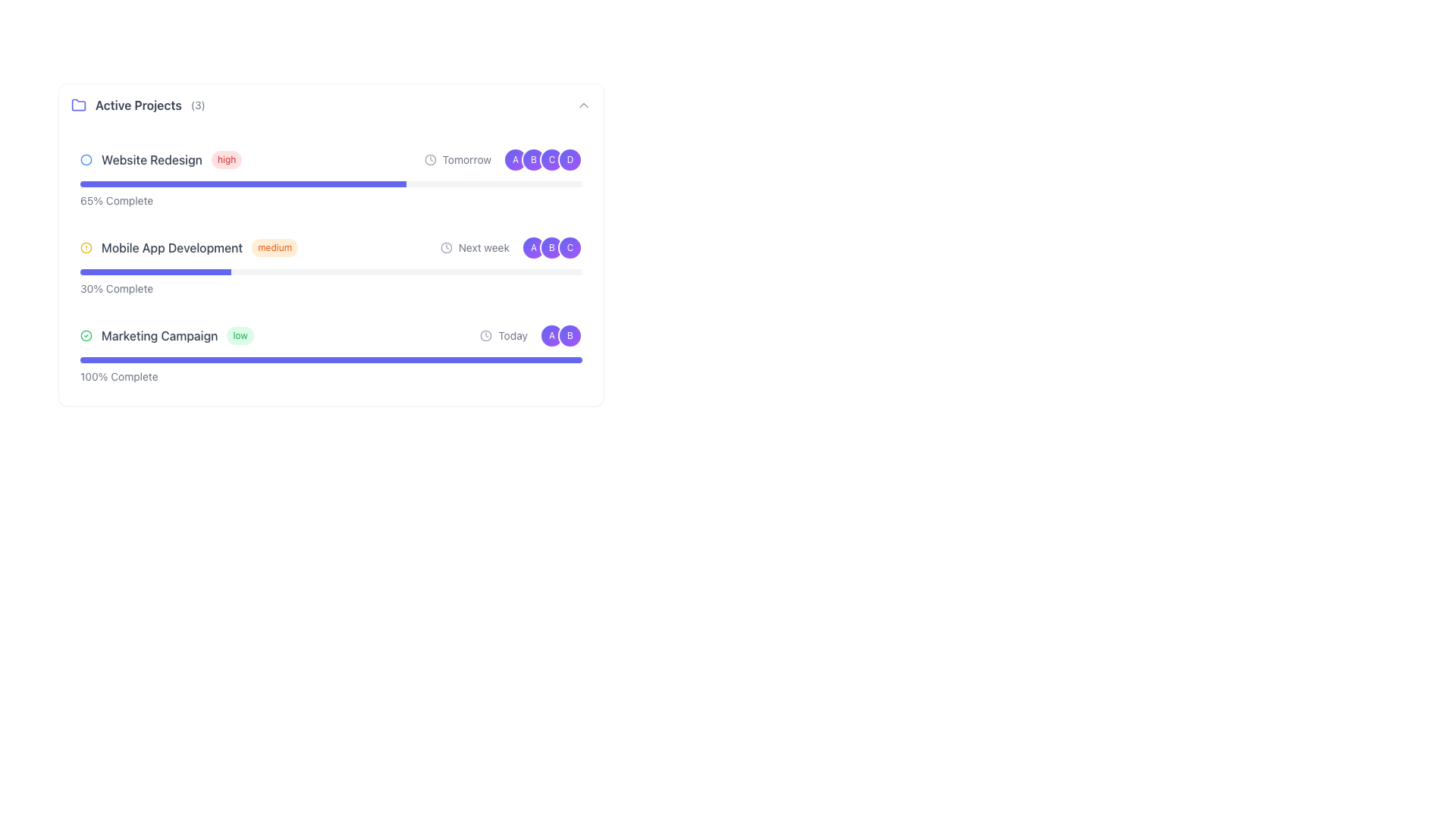 The width and height of the screenshot is (1456, 819). I want to click on the third button in the bottom right corner of the 'Marketing Campaign' row, so click(554, 376).